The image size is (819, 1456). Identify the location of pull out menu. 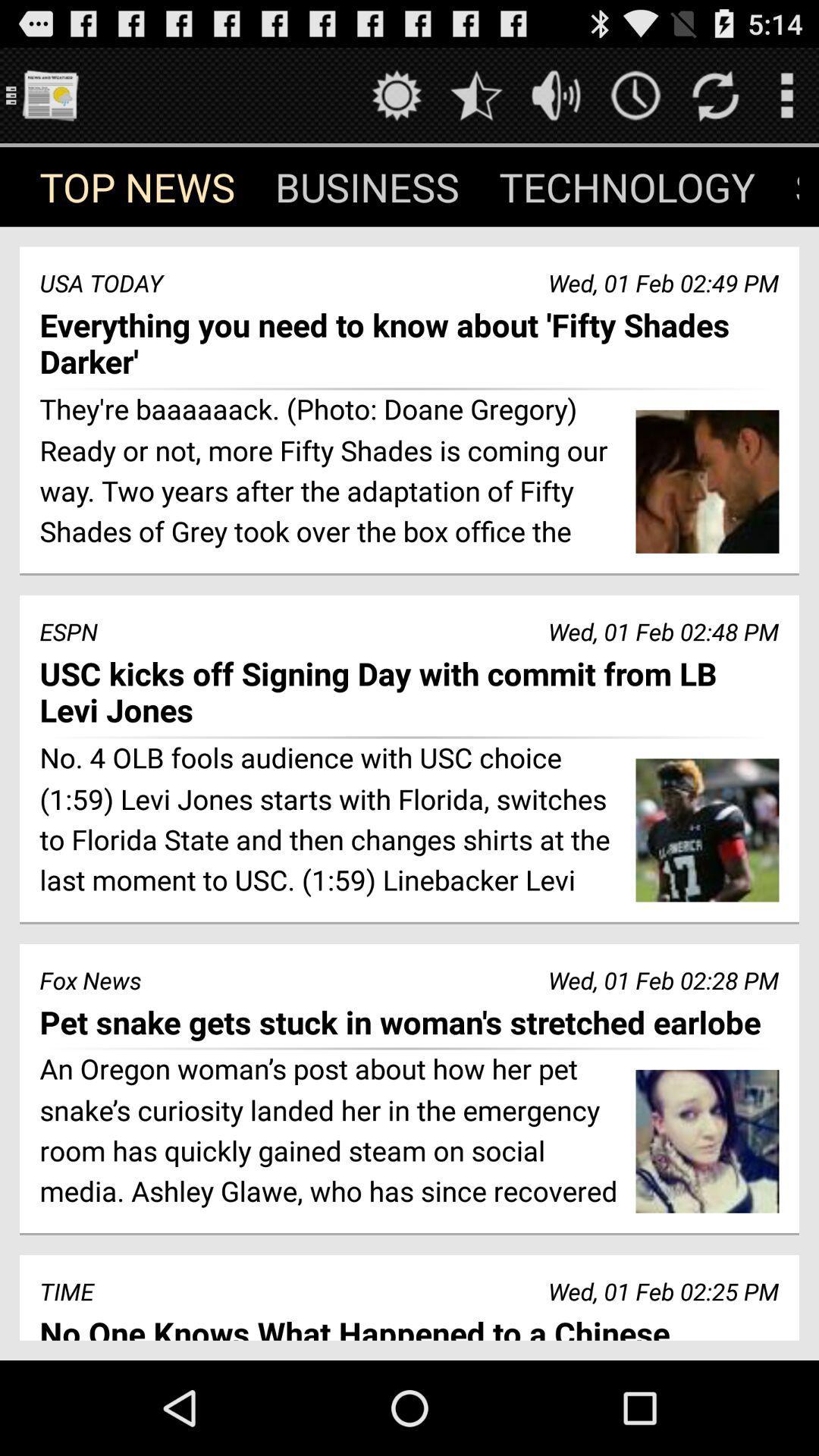
(786, 94).